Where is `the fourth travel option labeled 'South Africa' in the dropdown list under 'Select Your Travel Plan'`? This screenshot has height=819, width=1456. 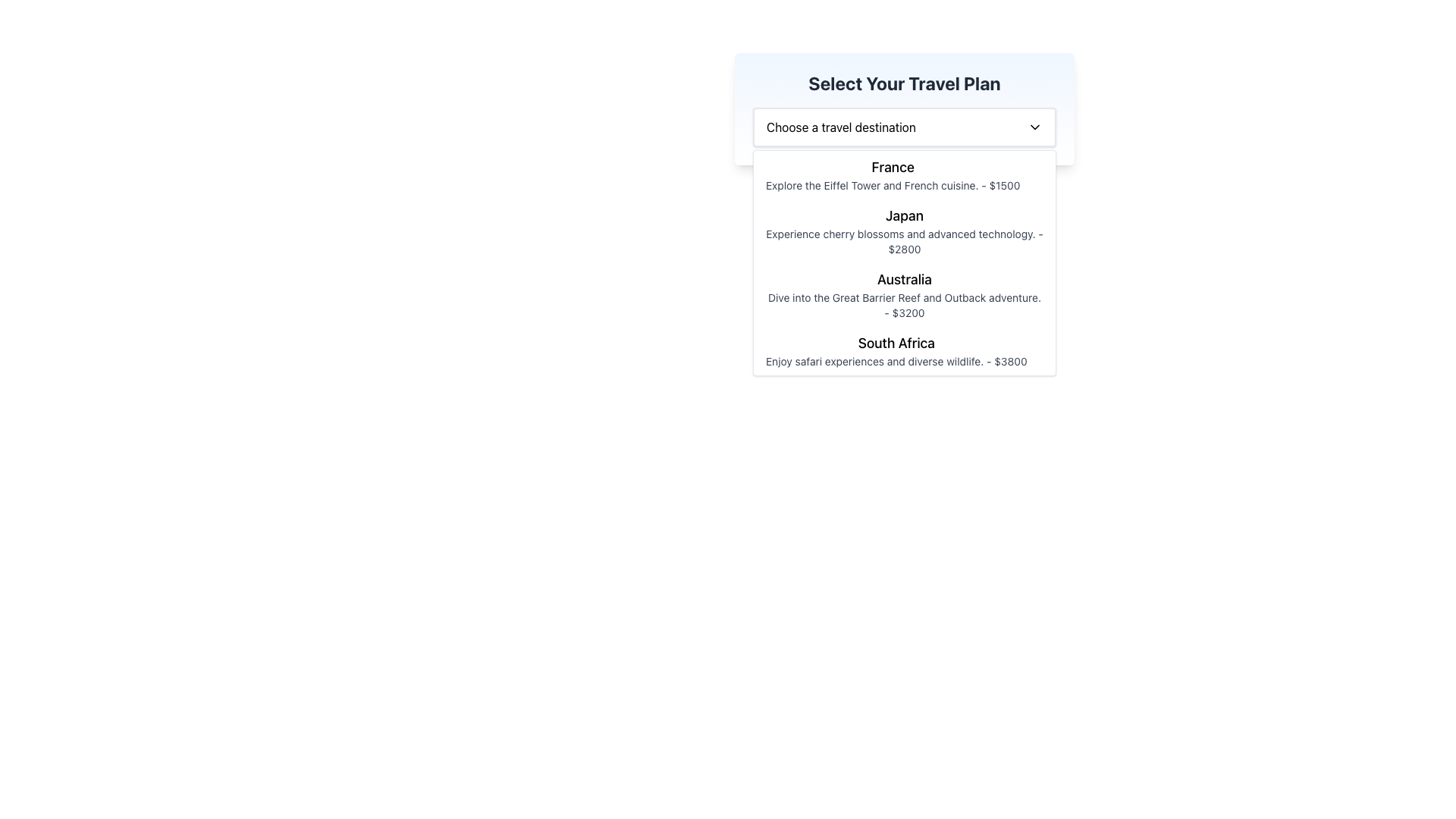
the fourth travel option labeled 'South Africa' in the dropdown list under 'Select Your Travel Plan' is located at coordinates (896, 350).